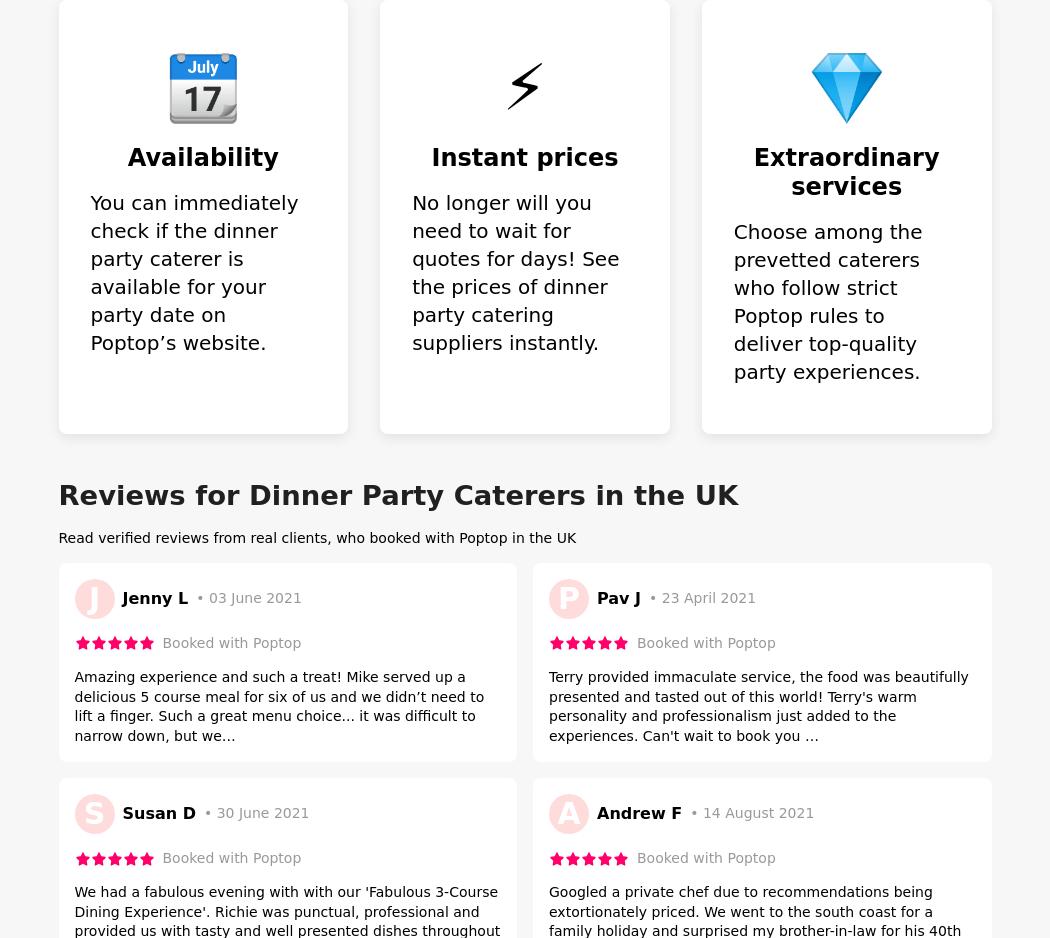 This screenshot has height=938, width=1050. Describe the element at coordinates (255, 812) in the screenshot. I see `'• 30 June 2021'` at that location.